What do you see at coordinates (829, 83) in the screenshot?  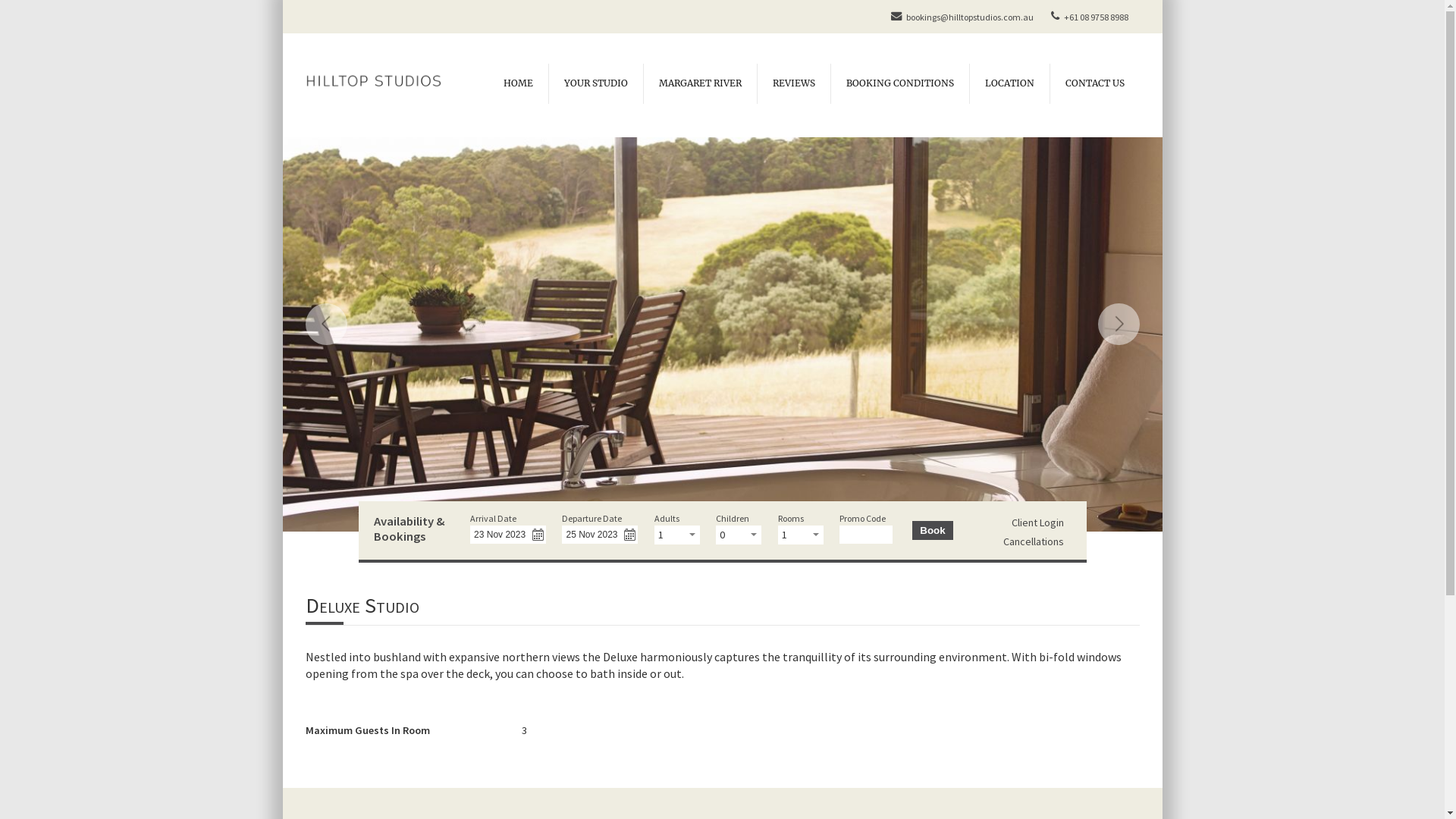 I see `'BOOKING CONDITIONS'` at bounding box center [829, 83].